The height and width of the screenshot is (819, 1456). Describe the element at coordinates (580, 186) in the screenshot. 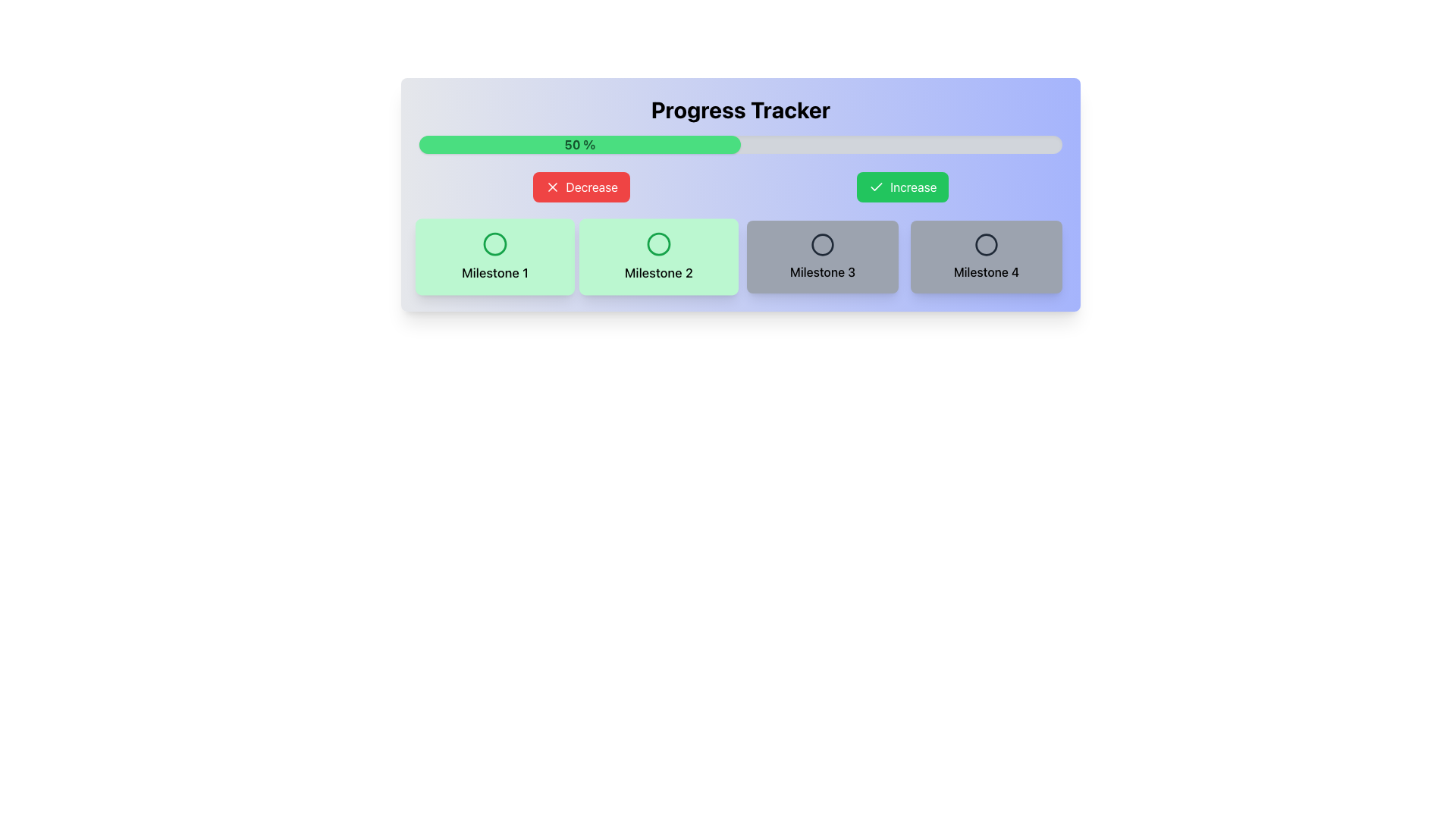

I see `the red 'Decrease' button with rounded edges and white text to observe potential visual changes such as scaling or focus indicators` at that location.